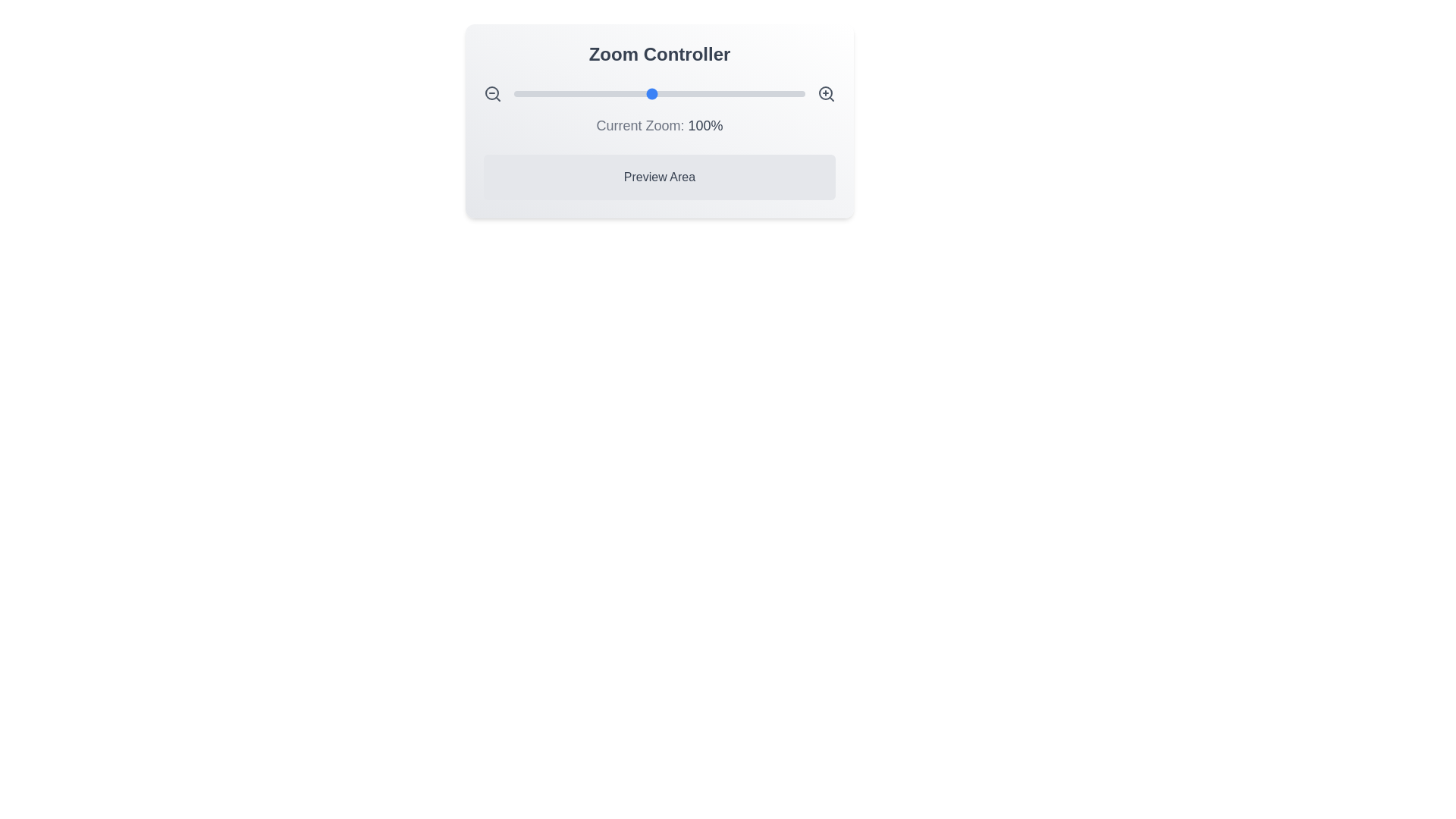 This screenshot has width=1456, height=819. What do you see at coordinates (639, 93) in the screenshot?
I see `the zoom slider to set the zoom level to 92` at bounding box center [639, 93].